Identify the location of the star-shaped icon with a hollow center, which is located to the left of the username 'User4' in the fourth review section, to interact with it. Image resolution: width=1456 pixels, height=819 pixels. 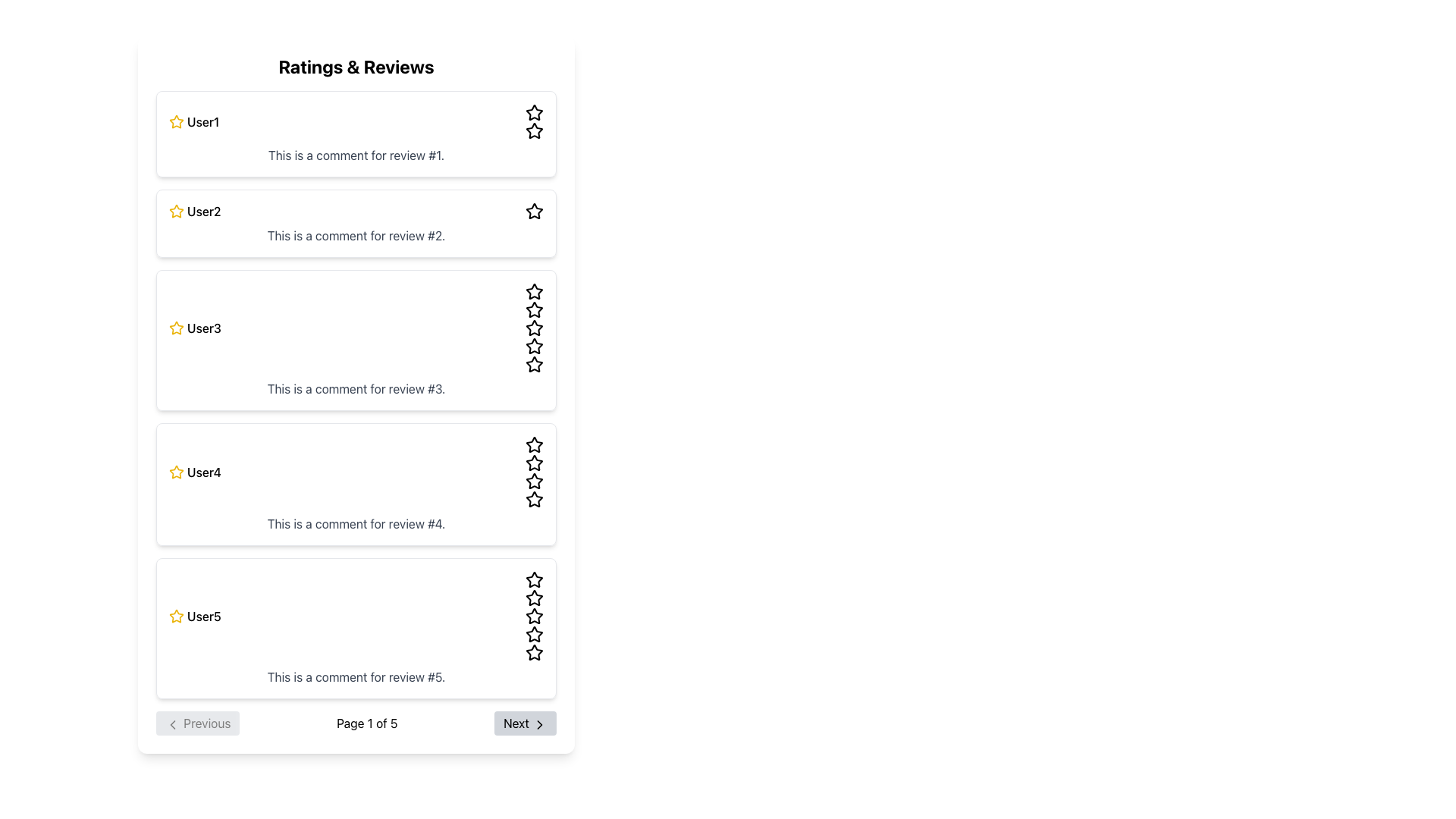
(177, 471).